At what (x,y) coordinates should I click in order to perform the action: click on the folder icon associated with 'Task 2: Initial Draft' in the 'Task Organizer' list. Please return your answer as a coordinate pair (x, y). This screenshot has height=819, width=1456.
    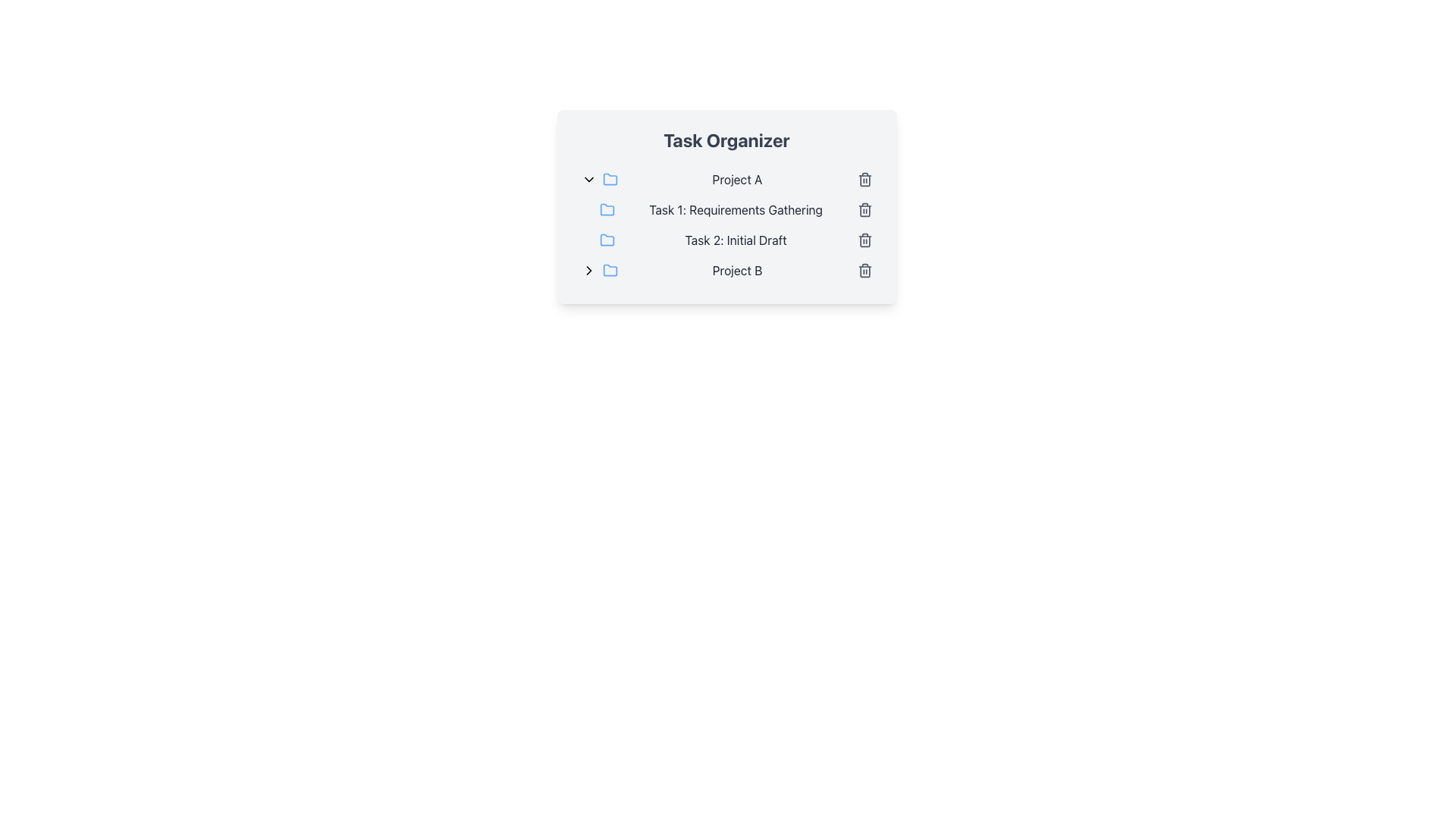
    Looking at the image, I should click on (607, 239).